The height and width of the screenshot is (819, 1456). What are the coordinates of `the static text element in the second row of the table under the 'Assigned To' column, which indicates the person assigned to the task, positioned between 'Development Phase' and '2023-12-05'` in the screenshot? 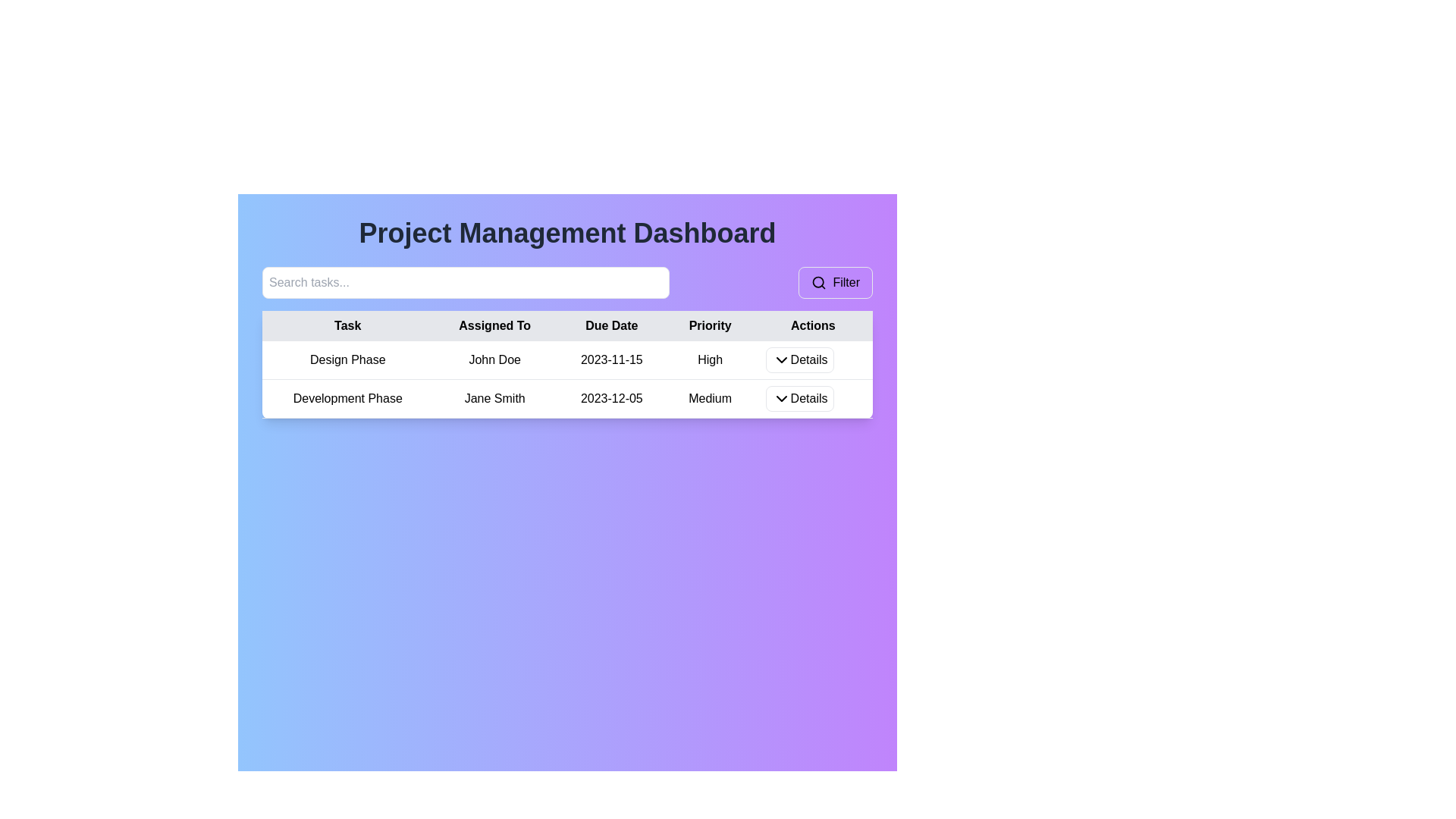 It's located at (494, 397).